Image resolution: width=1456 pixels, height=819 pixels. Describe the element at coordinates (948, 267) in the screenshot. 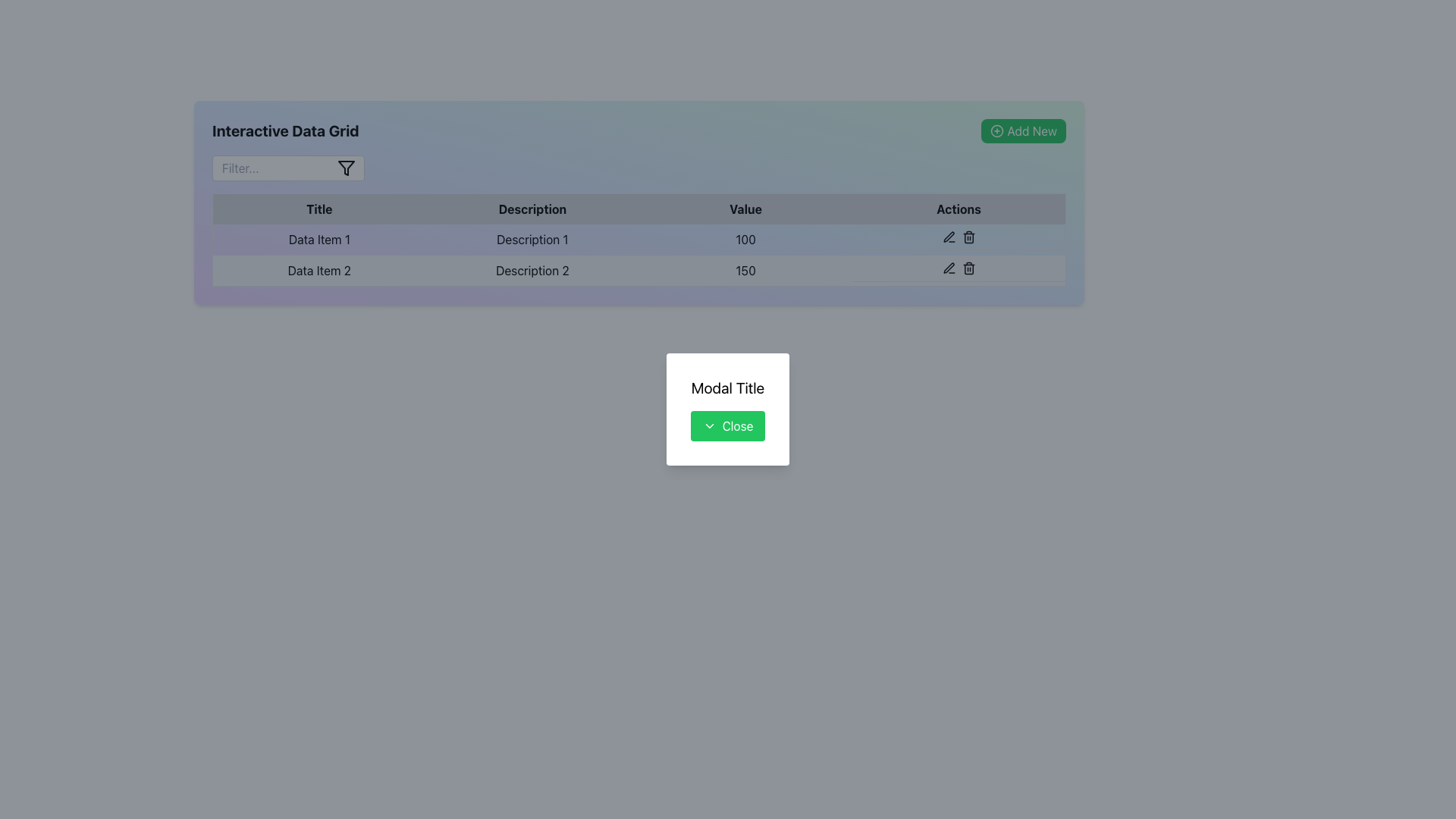

I see `the edit icon located in the Actions column of the second row of the data grid` at that location.